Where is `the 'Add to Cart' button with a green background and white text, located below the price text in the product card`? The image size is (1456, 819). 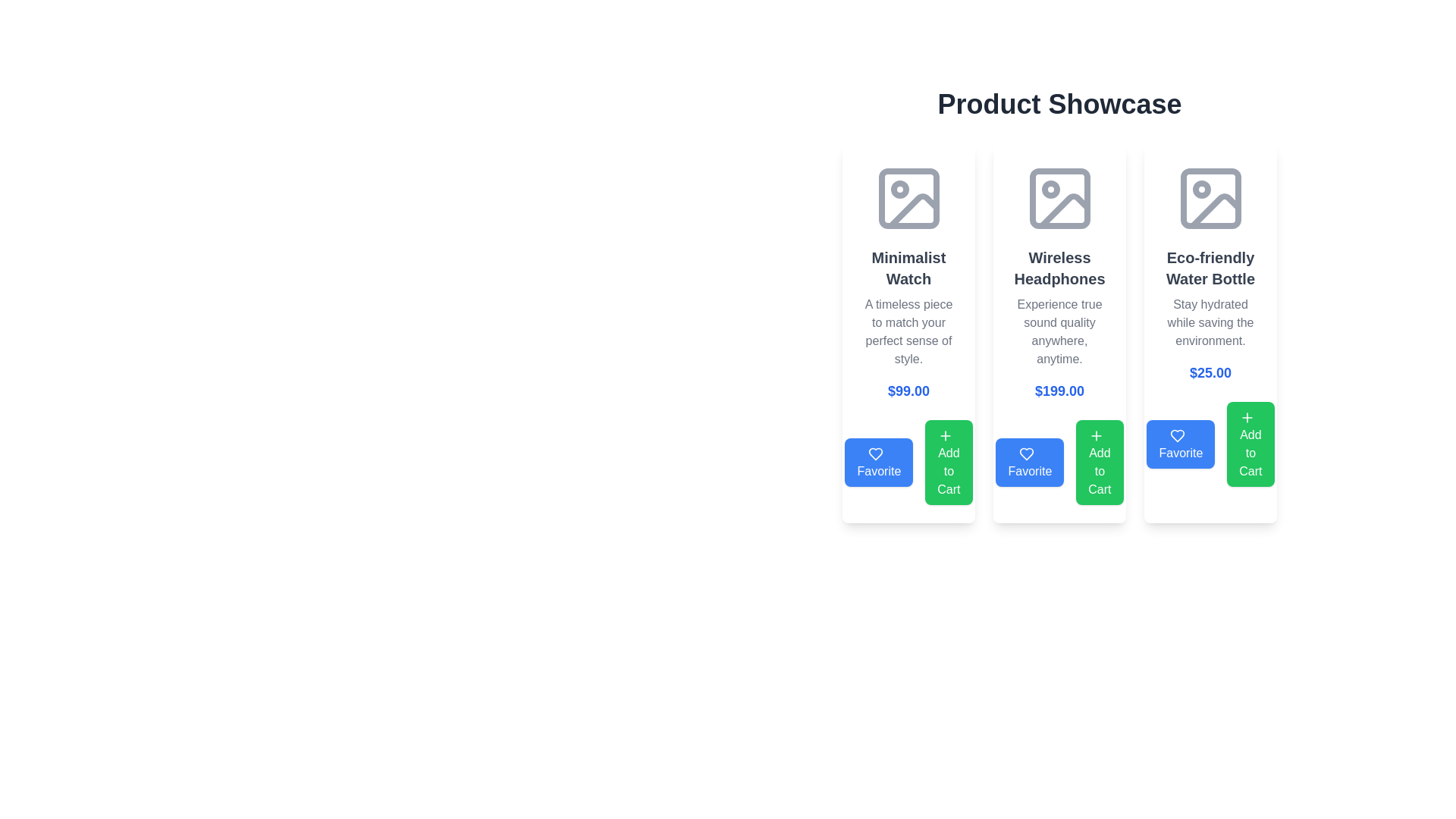 the 'Add to Cart' button with a green background and white text, located below the price text in the product card is located at coordinates (948, 461).